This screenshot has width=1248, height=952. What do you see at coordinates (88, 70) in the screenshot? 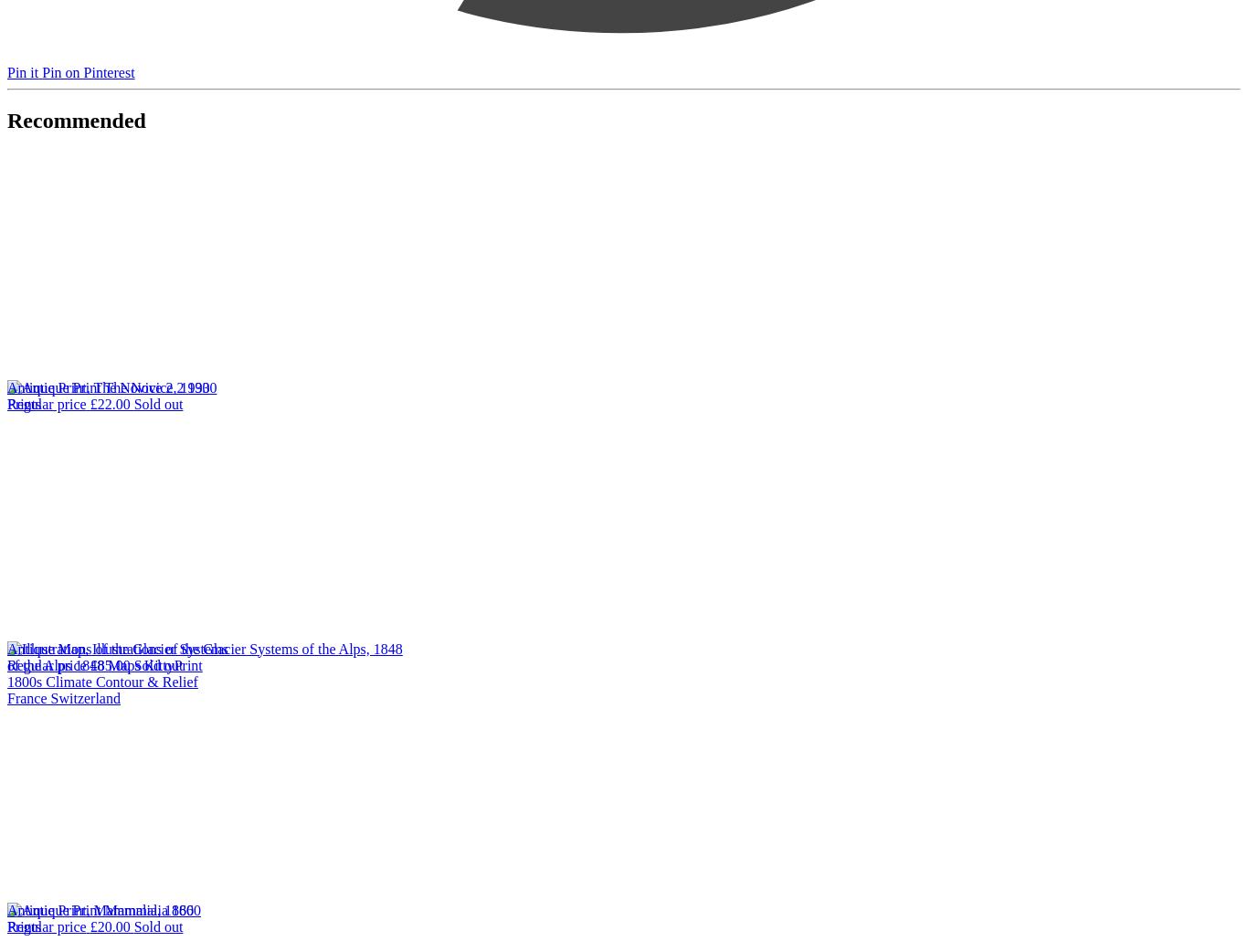
I see `'Pin on Pinterest'` at bounding box center [88, 70].